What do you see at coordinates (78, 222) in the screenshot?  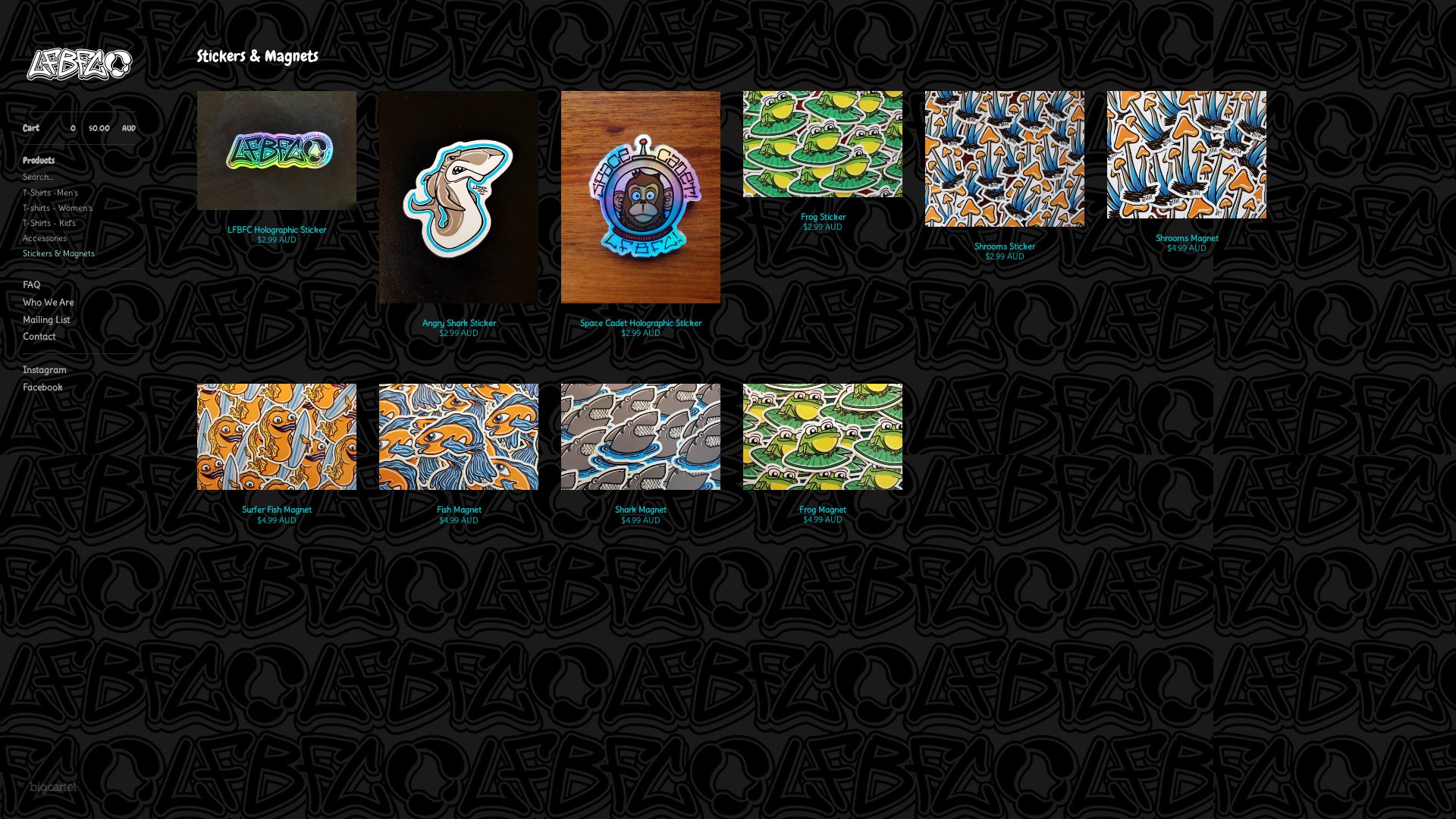 I see `'T-Shirts - Kid's'` at bounding box center [78, 222].